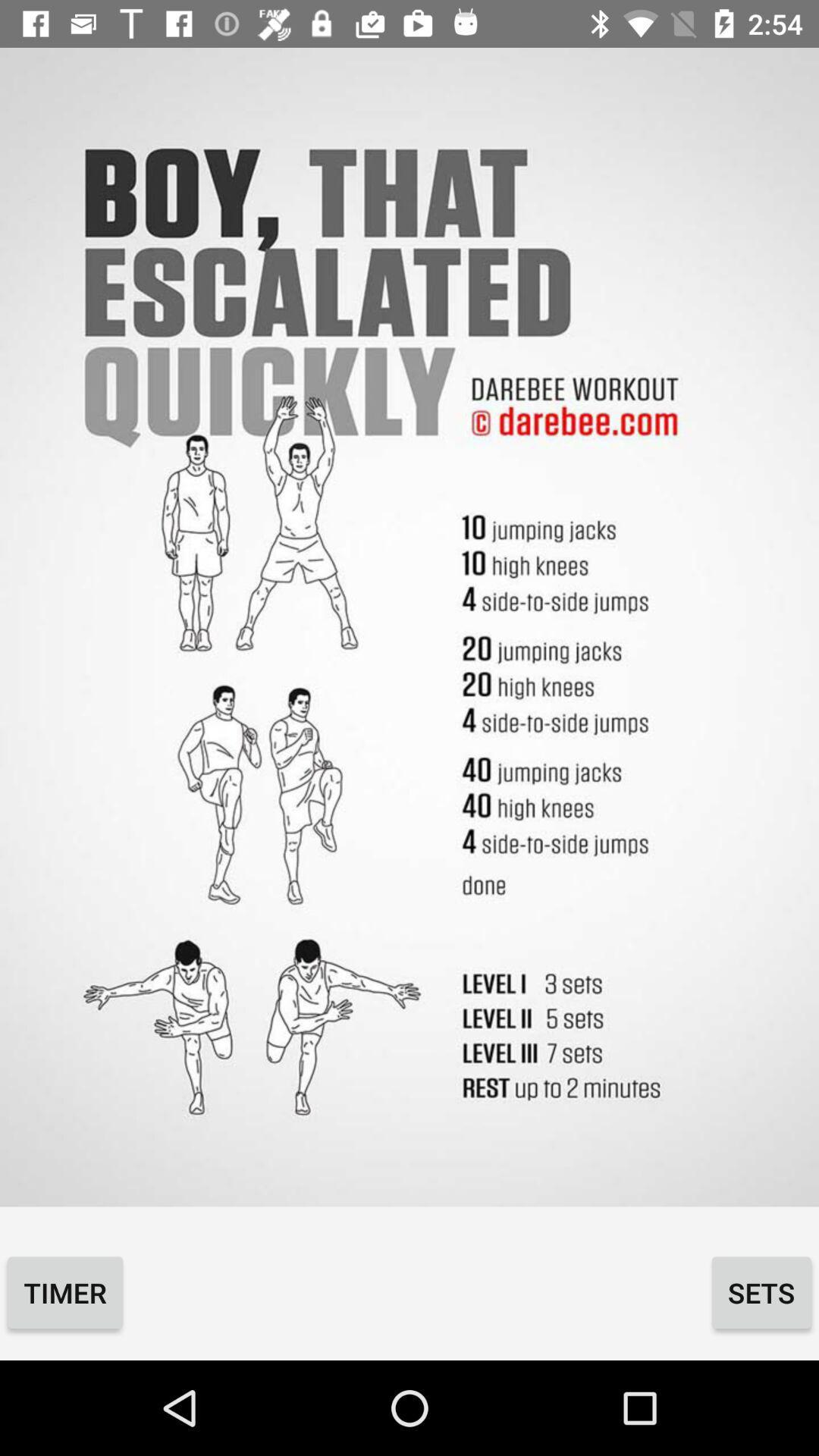 The height and width of the screenshot is (1456, 819). What do you see at coordinates (64, 1291) in the screenshot?
I see `item next to the sets icon` at bounding box center [64, 1291].